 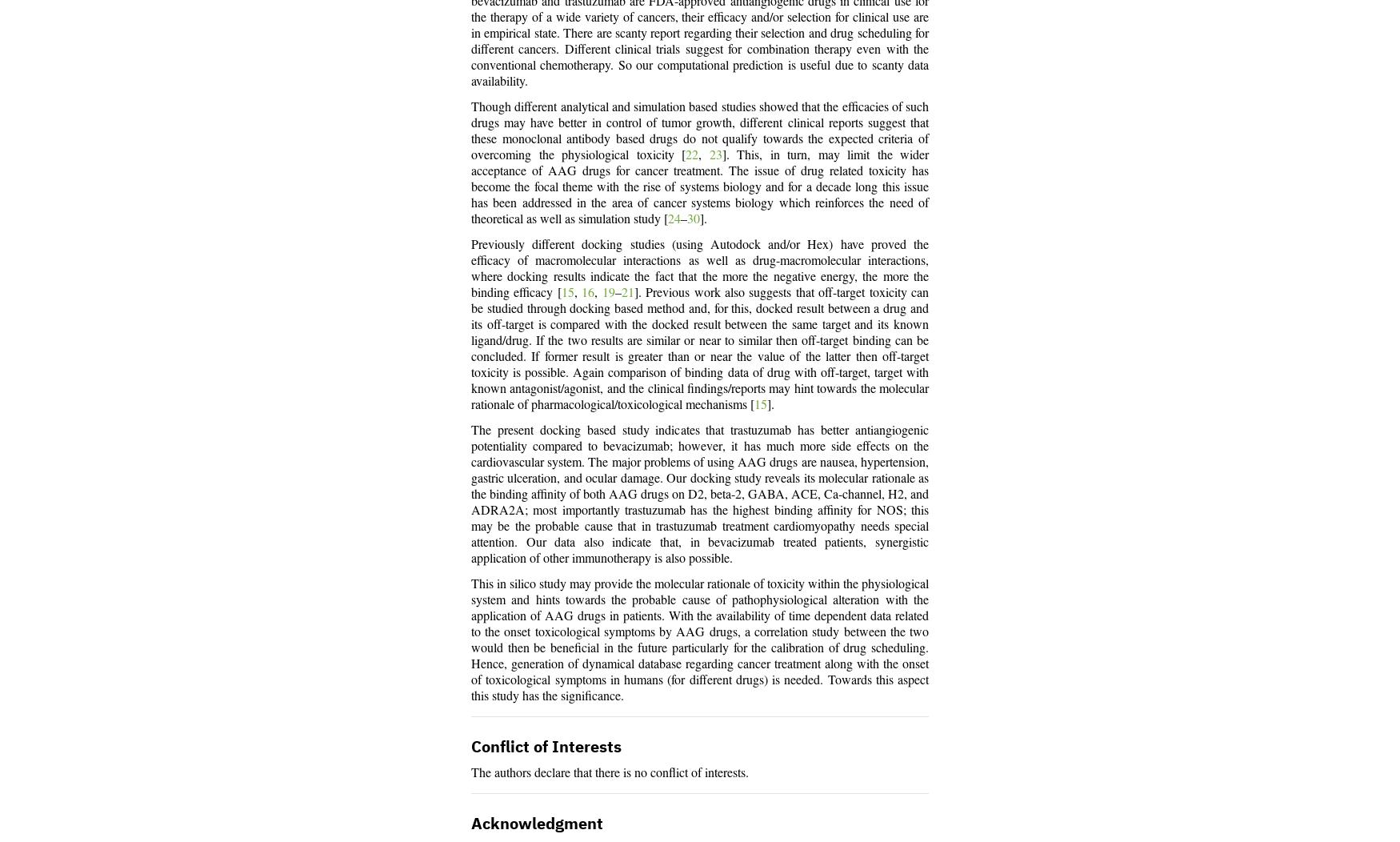 I want to click on 'Acknowledgment', so click(x=536, y=824).